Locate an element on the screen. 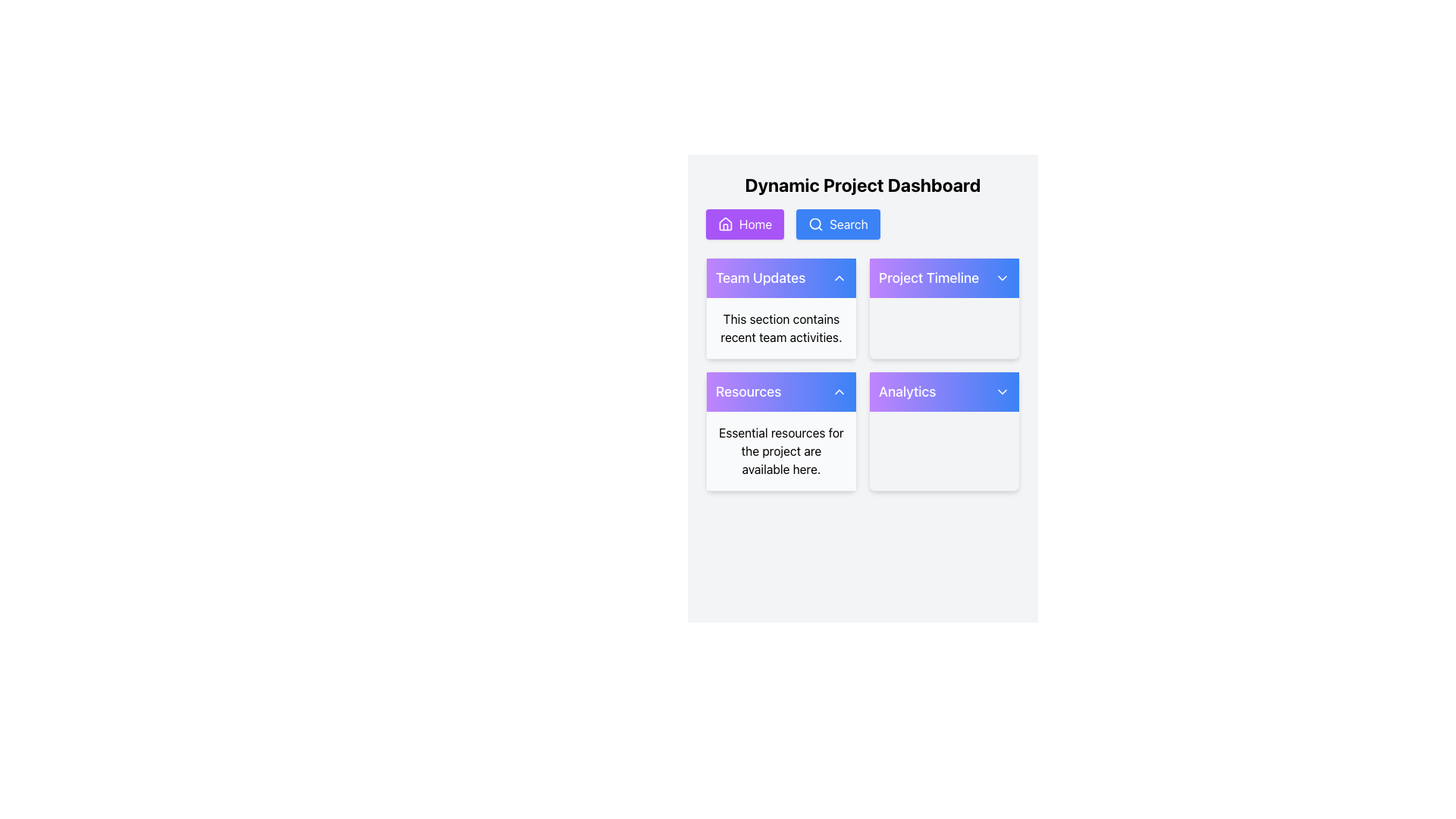 This screenshot has height=819, width=1456. the 'Analytics' text label, which is styled in a larger font size with a white color on a blue-purple gradient background, located in the lower right card-like visual group is located at coordinates (907, 391).